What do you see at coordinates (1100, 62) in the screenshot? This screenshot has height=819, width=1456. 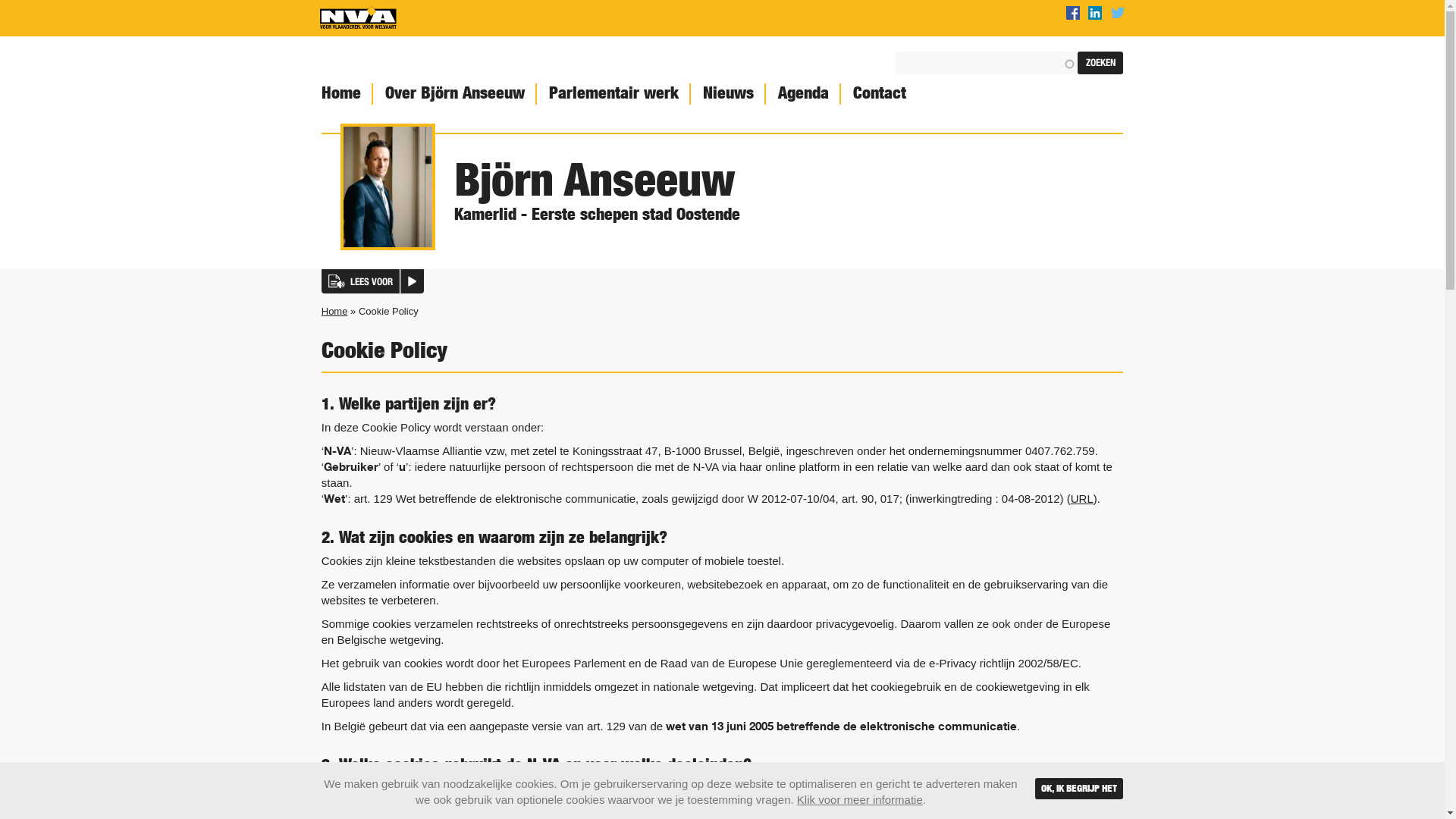 I see `'Zoeken'` at bounding box center [1100, 62].